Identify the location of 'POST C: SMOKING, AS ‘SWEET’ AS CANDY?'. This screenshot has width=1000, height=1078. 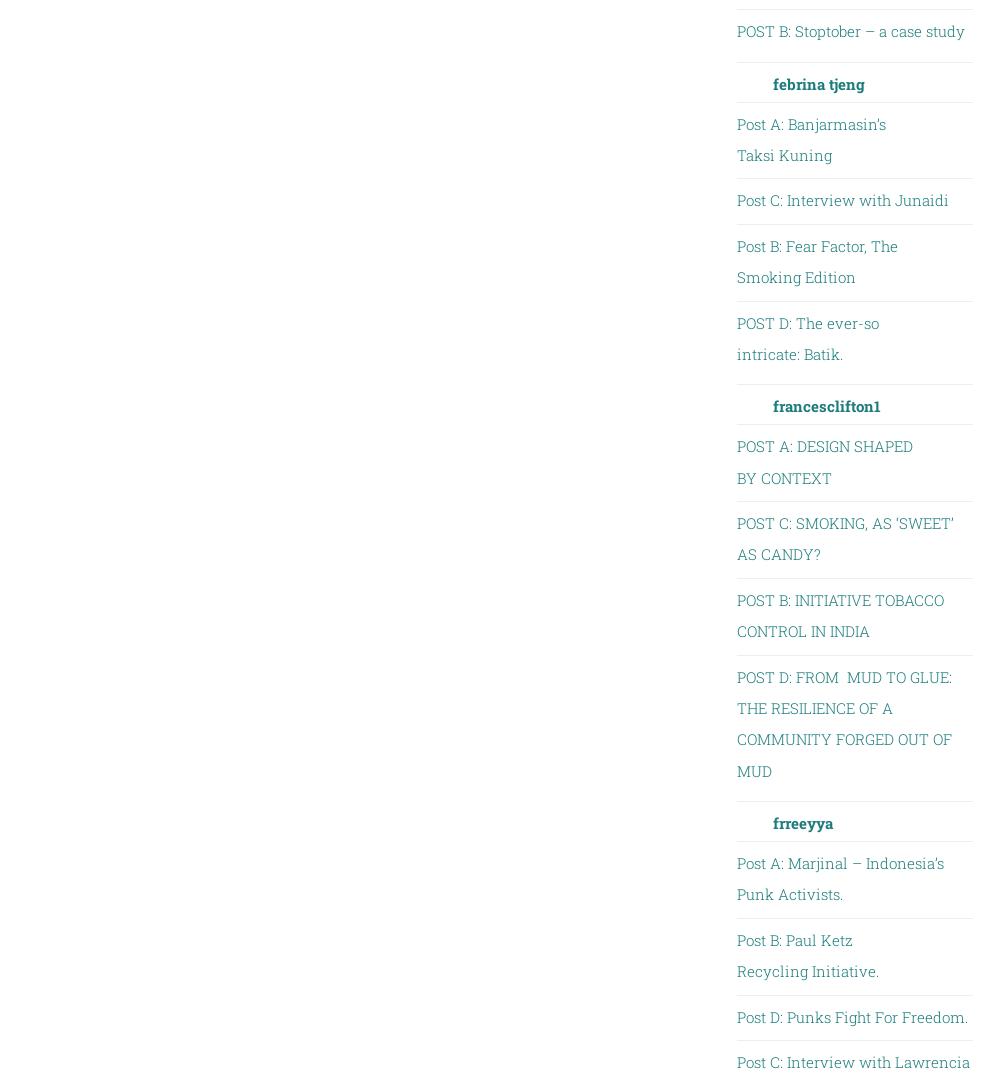
(843, 538).